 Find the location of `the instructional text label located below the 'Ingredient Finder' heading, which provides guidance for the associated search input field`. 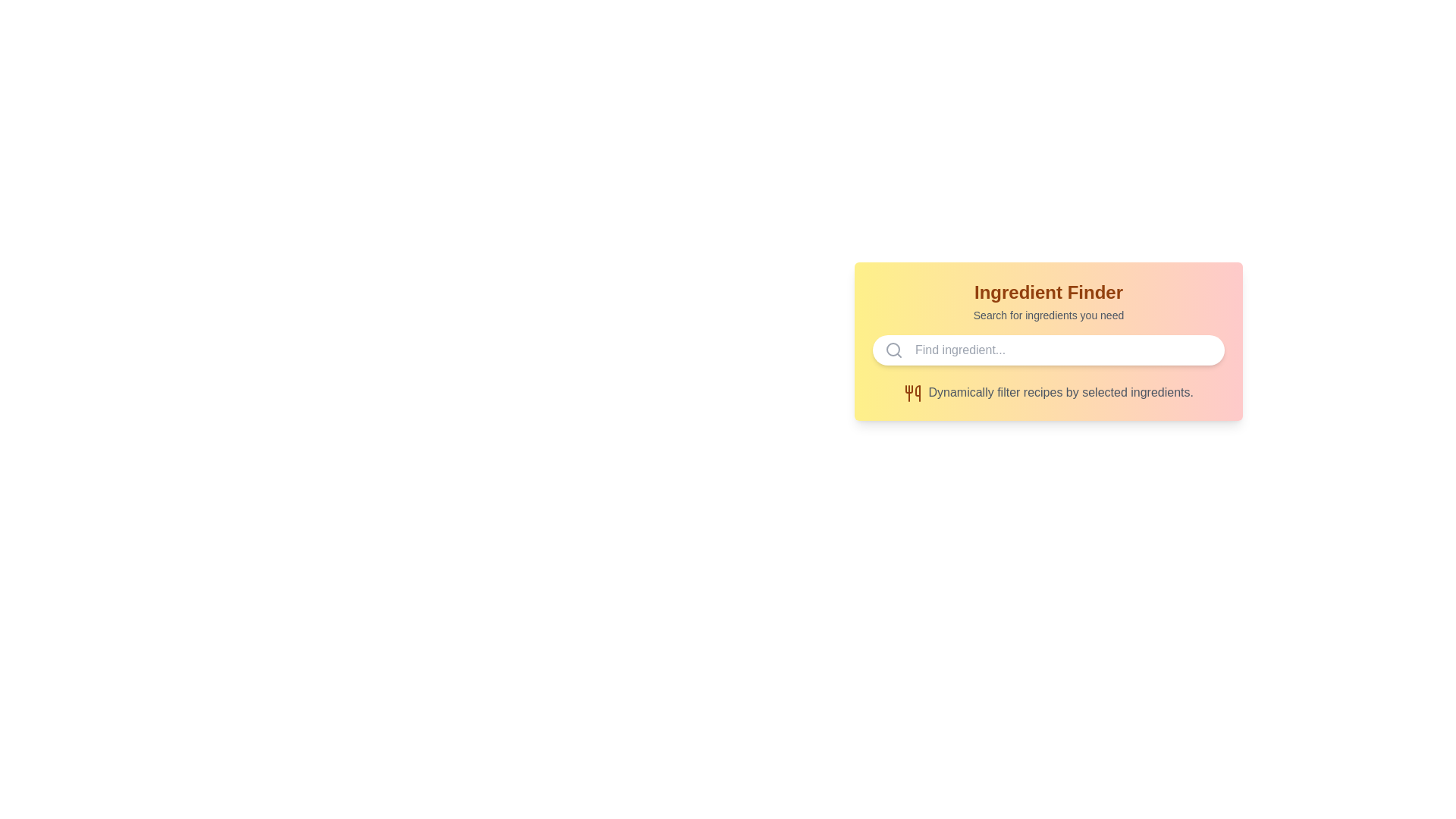

the instructional text label located below the 'Ingredient Finder' heading, which provides guidance for the associated search input field is located at coordinates (1047, 315).